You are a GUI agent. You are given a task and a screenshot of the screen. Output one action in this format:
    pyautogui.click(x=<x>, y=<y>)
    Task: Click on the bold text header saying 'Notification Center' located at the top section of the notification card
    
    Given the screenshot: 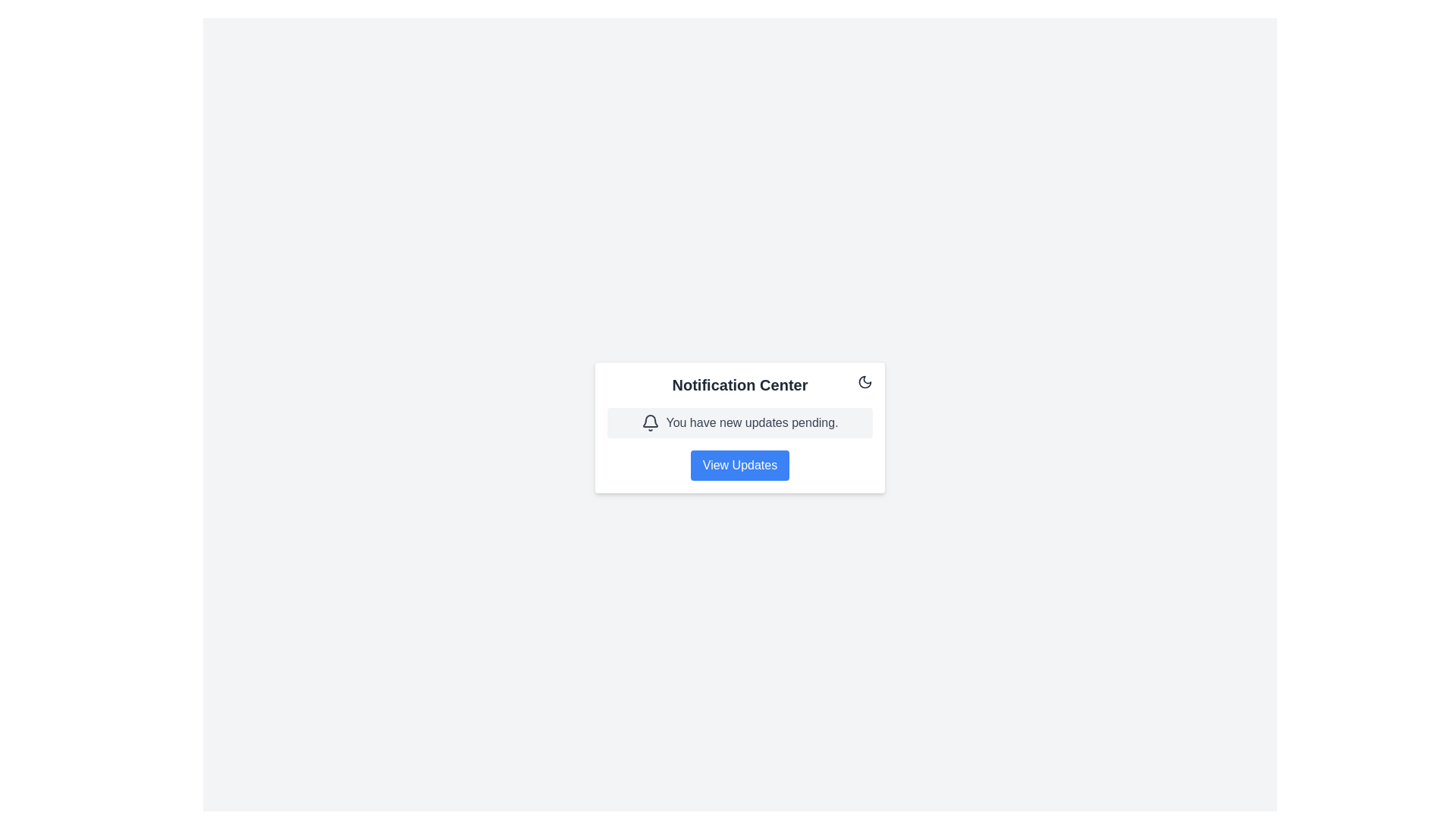 What is the action you would take?
    pyautogui.click(x=739, y=384)
    